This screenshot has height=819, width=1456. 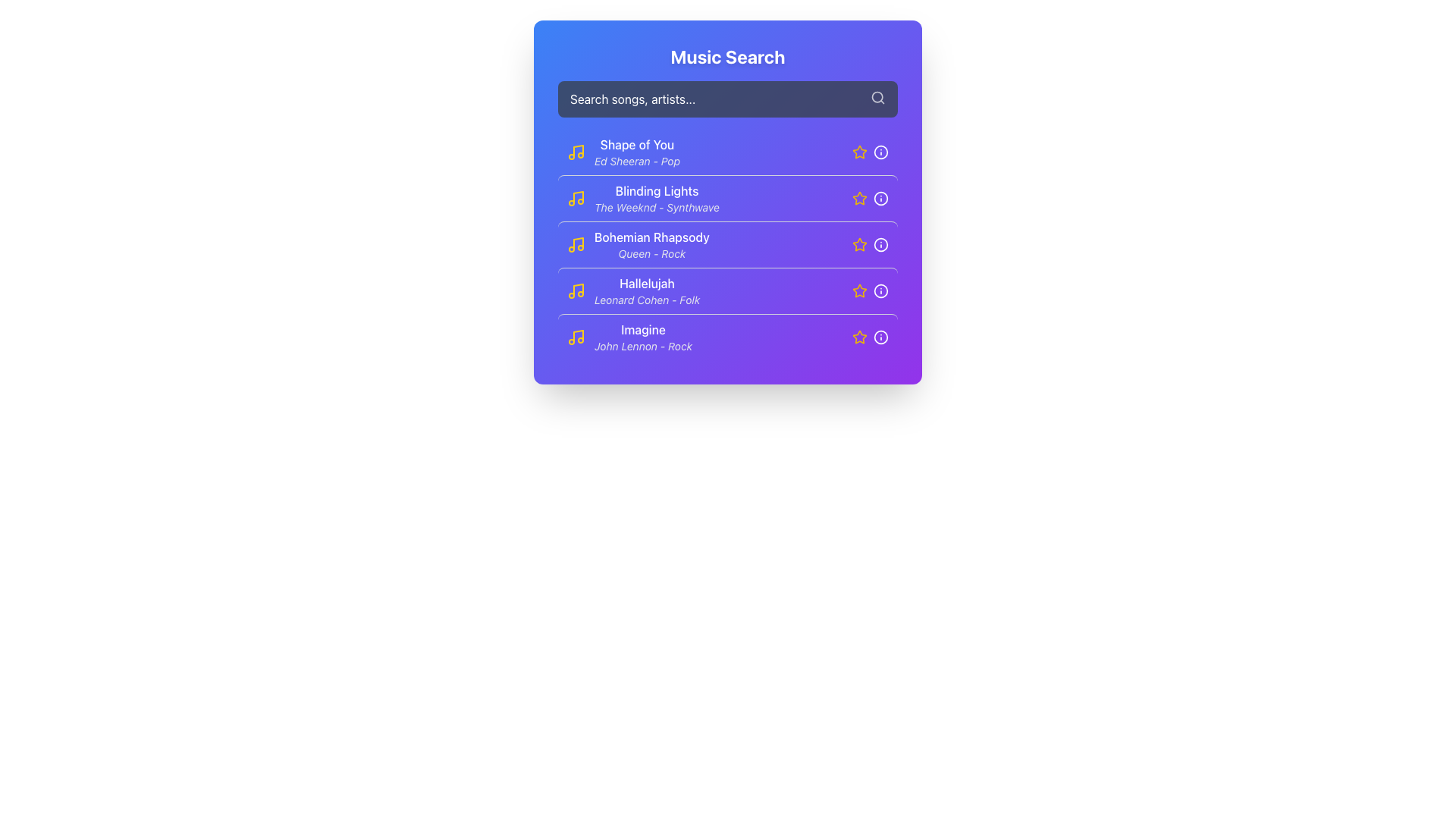 I want to click on the title of the song in the music search interface, so click(x=637, y=145).